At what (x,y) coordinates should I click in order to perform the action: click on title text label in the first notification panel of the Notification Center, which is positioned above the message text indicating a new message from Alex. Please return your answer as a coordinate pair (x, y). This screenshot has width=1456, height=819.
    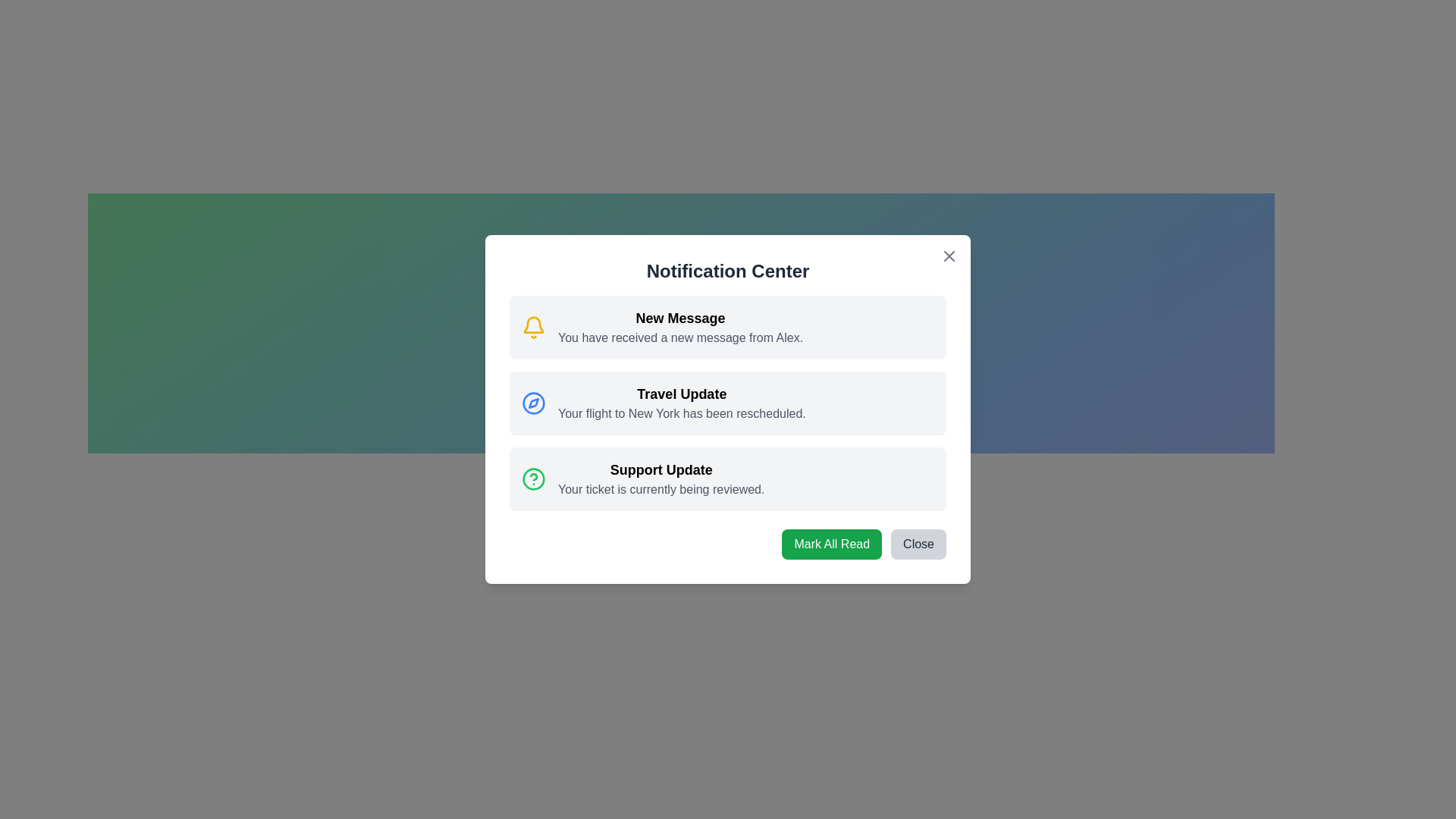
    Looking at the image, I should click on (679, 318).